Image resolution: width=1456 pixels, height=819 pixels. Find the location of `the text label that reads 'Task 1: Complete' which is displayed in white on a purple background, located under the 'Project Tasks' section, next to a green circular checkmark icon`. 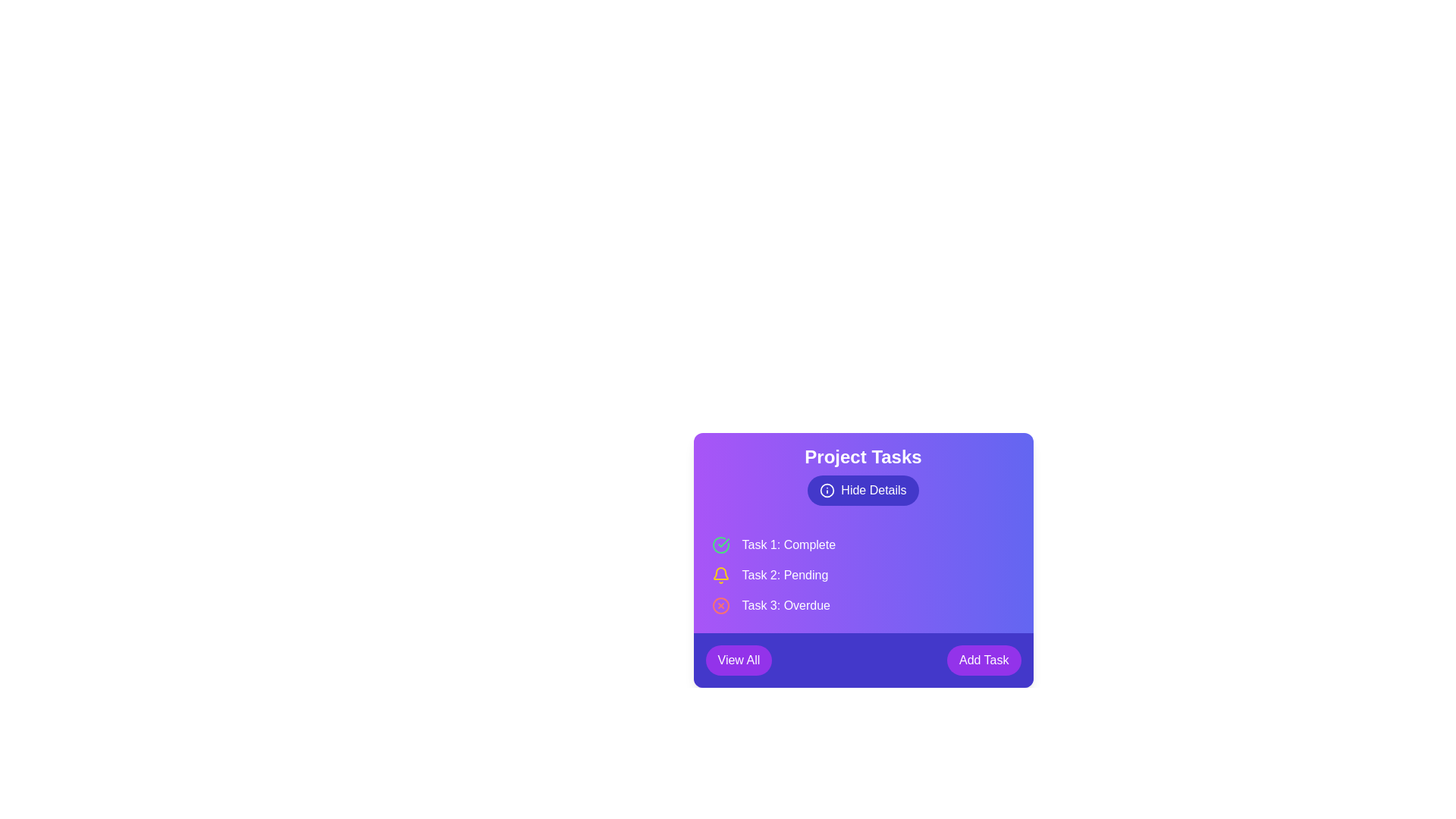

the text label that reads 'Task 1: Complete' which is displayed in white on a purple background, located under the 'Project Tasks' section, next to a green circular checkmark icon is located at coordinates (789, 544).